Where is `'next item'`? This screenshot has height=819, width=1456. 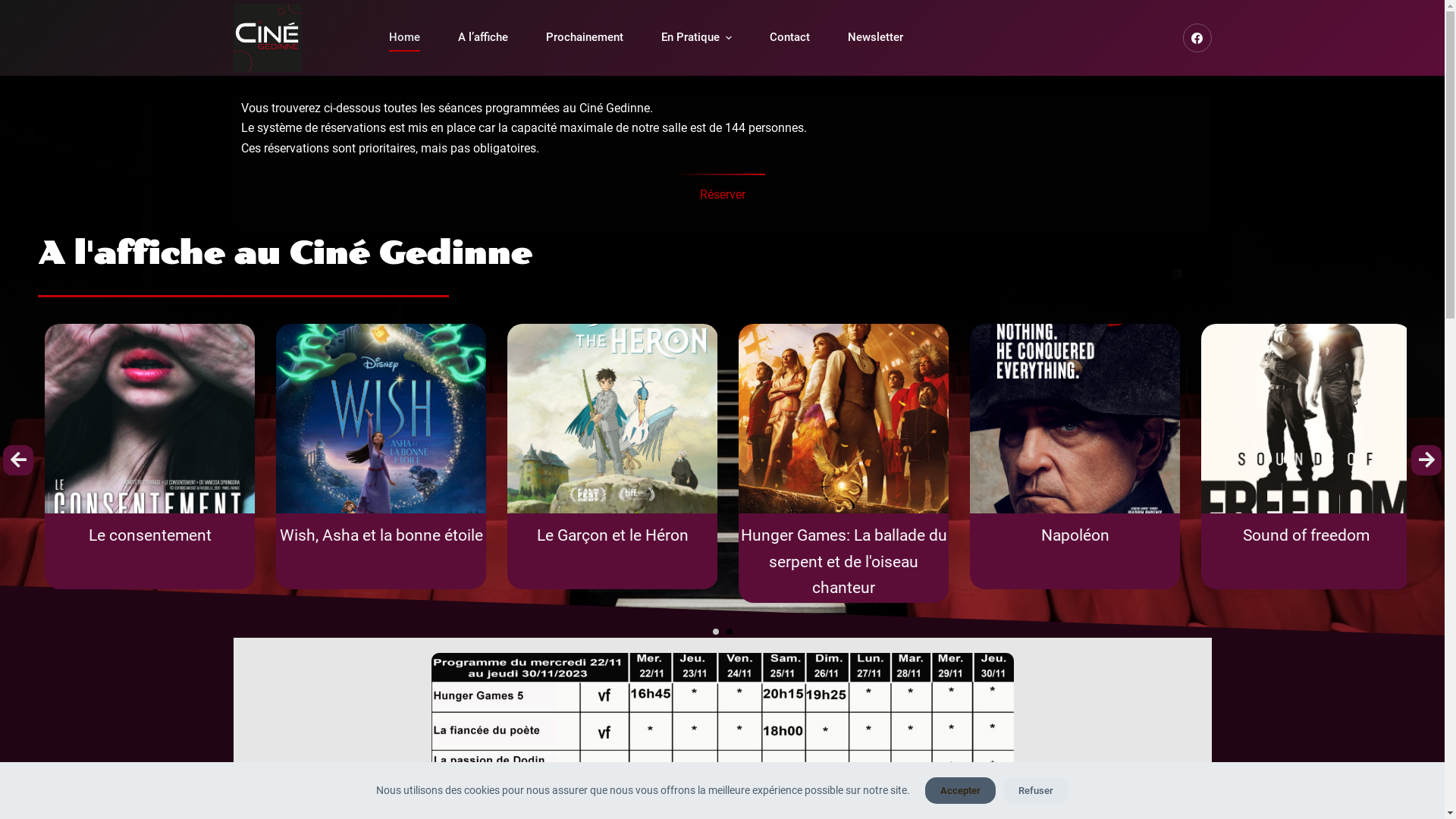
'next item' is located at coordinates (1426, 459).